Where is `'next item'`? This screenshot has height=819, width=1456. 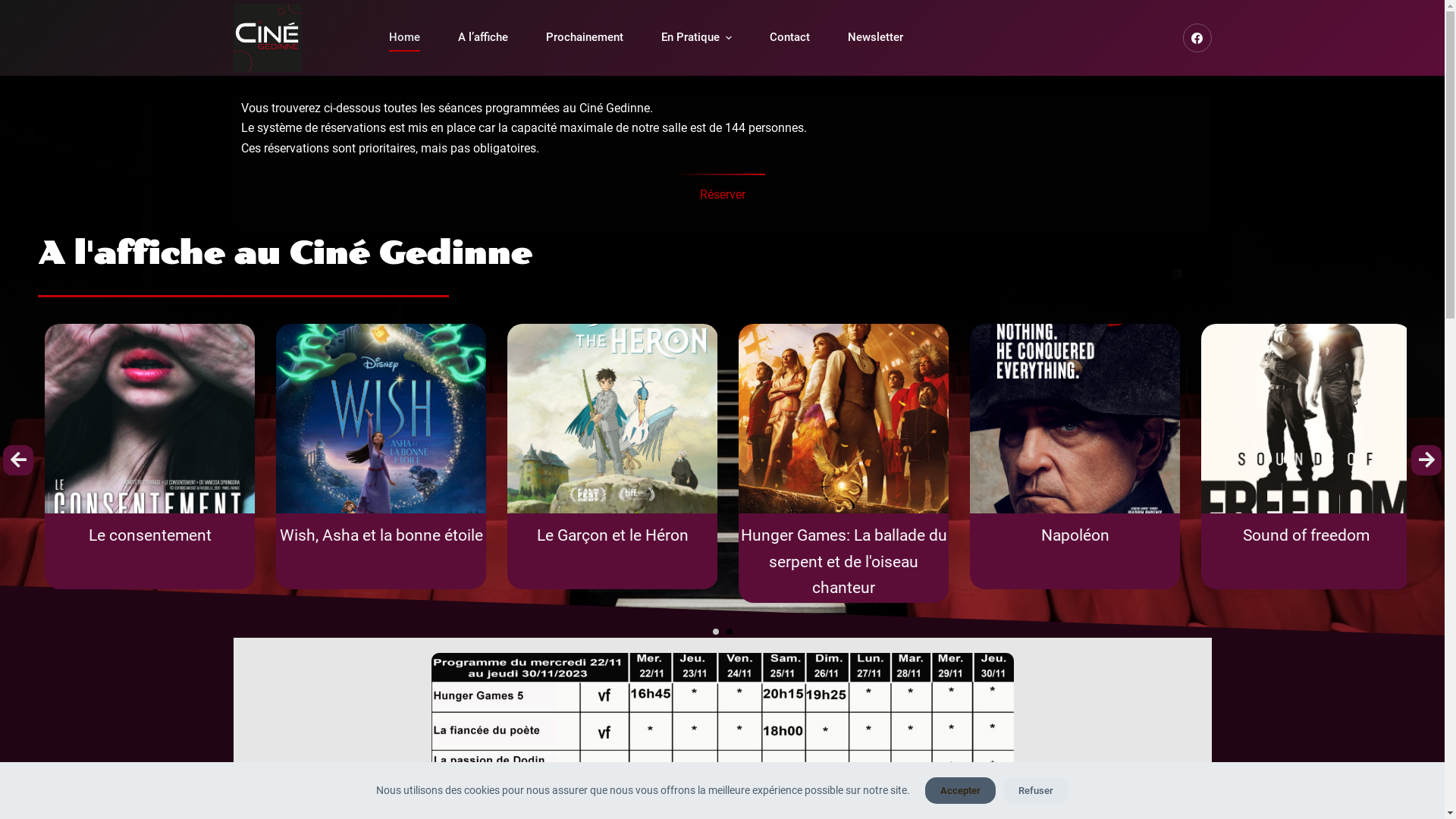
'next item' is located at coordinates (1426, 459).